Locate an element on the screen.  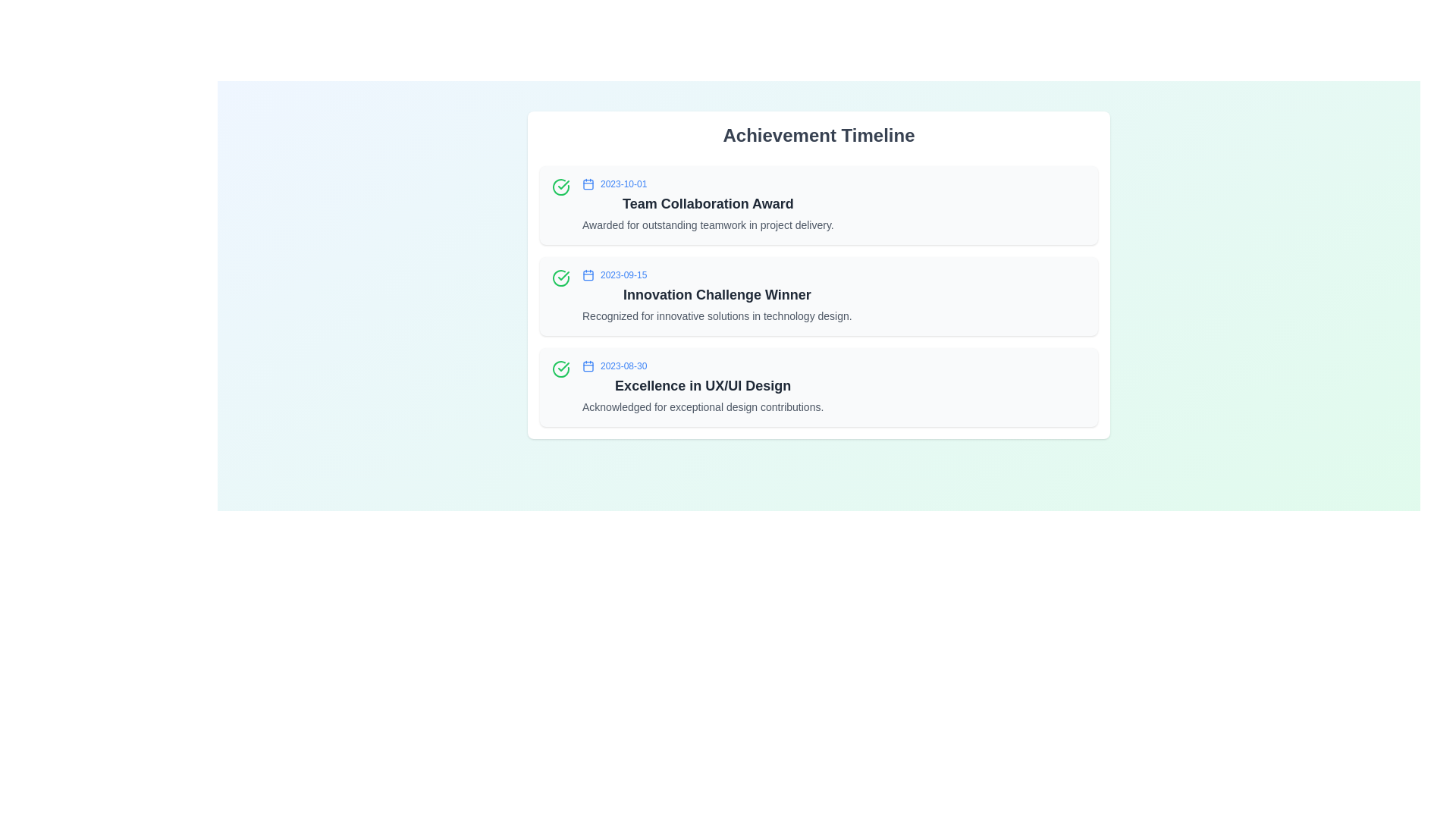
the Text Label or Section Header positioned at the top center of the box containing achievement records is located at coordinates (818, 134).